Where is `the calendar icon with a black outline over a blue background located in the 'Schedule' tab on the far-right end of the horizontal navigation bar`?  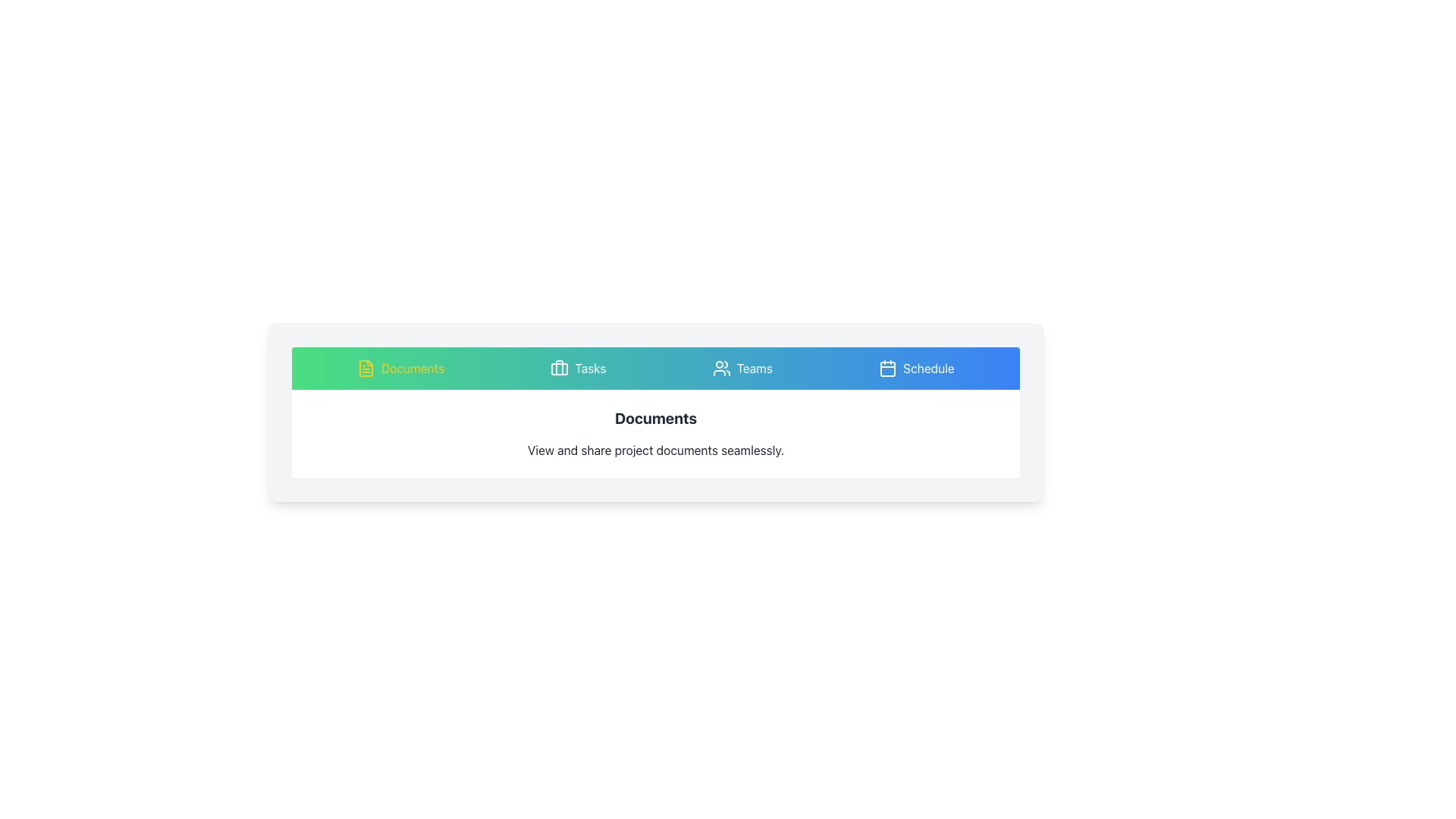 the calendar icon with a black outline over a blue background located in the 'Schedule' tab on the far-right end of the horizontal navigation bar is located at coordinates (888, 369).